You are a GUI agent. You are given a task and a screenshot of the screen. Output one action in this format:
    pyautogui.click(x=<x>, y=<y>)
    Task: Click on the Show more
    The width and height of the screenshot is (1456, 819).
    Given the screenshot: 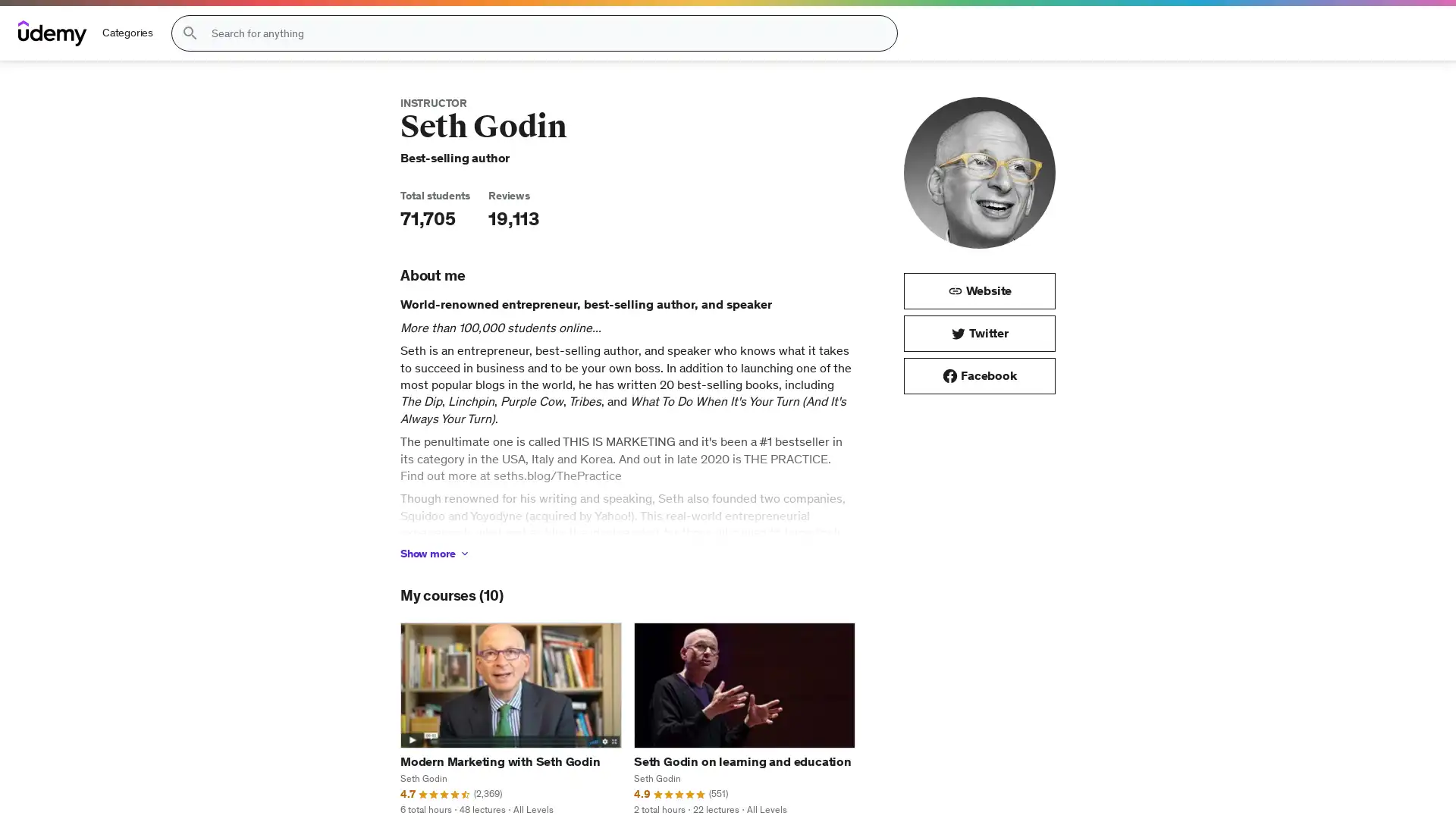 What is the action you would take?
    pyautogui.click(x=435, y=553)
    